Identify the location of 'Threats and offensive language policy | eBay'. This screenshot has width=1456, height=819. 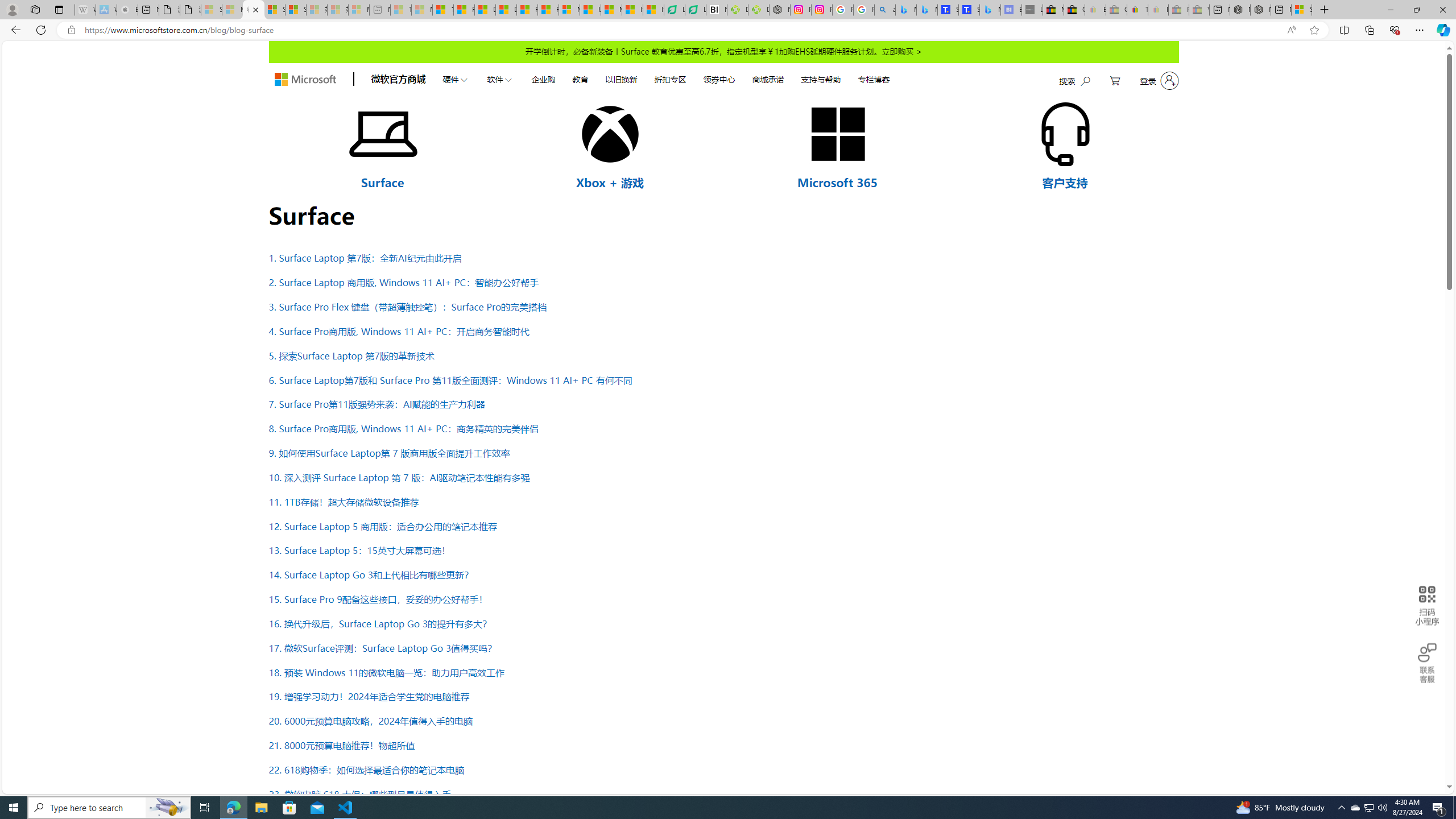
(1137, 9).